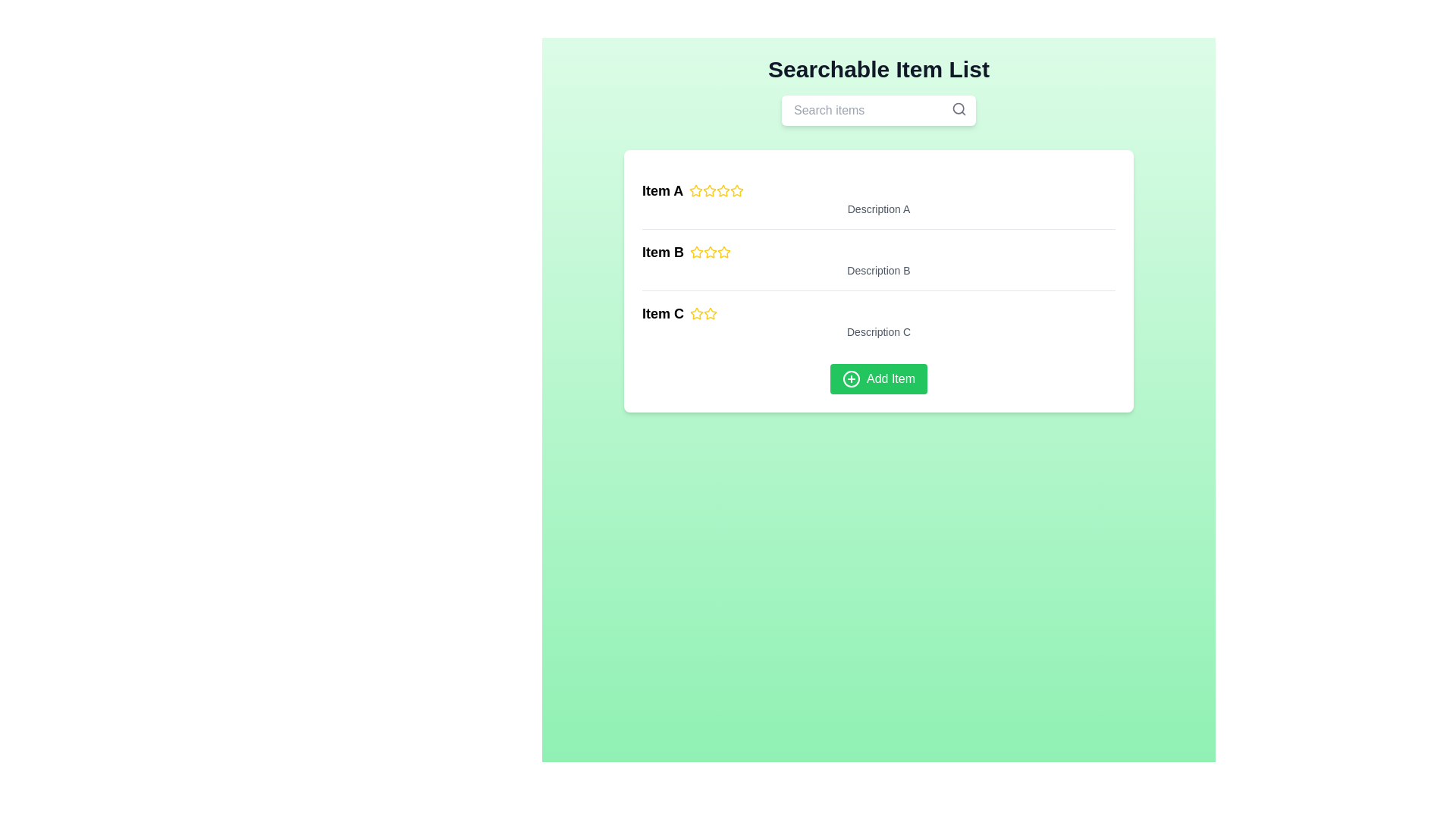 The height and width of the screenshot is (819, 1456). Describe the element at coordinates (696, 251) in the screenshot. I see `the star icon` at that location.